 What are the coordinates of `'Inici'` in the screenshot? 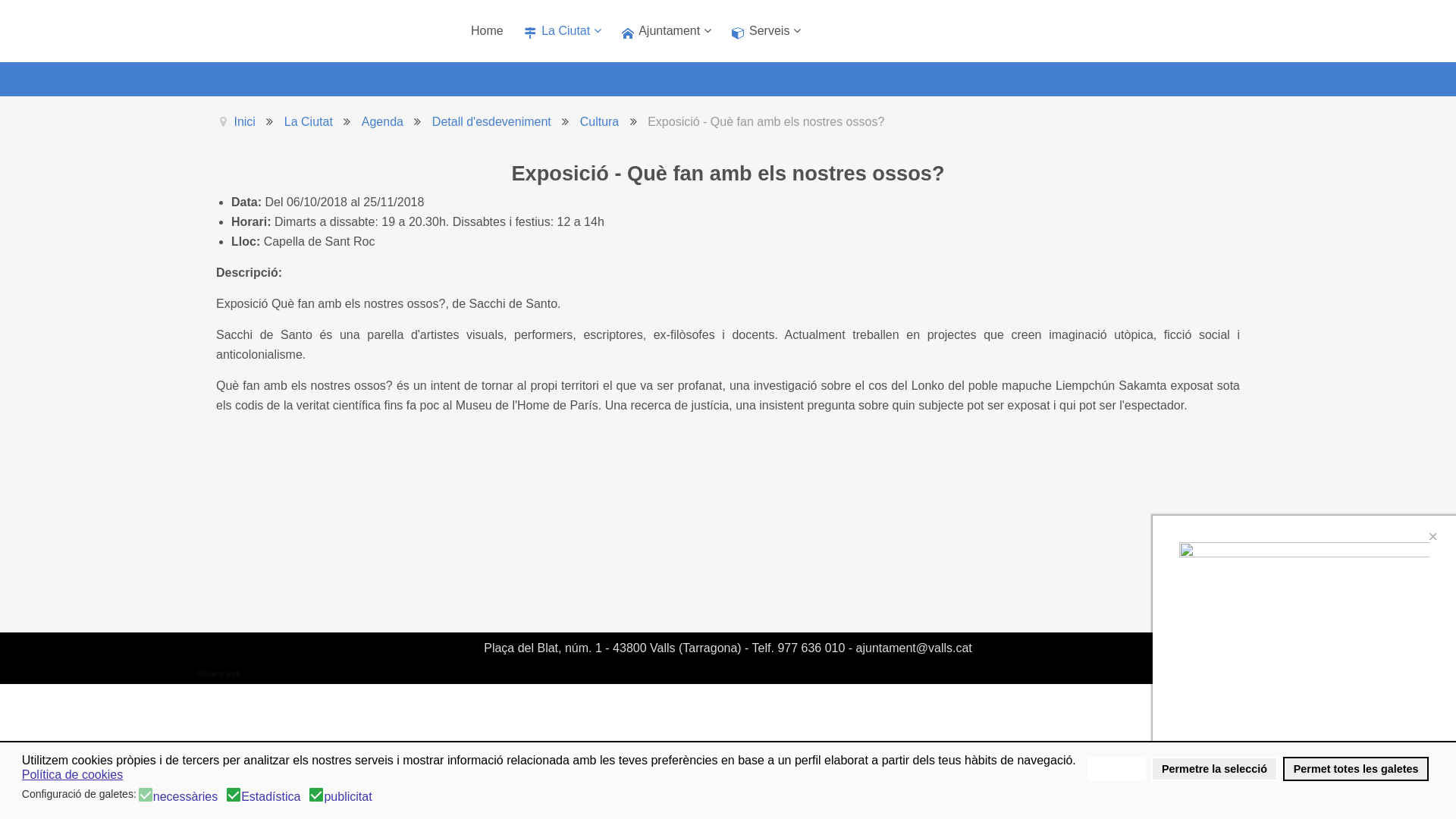 It's located at (232, 121).